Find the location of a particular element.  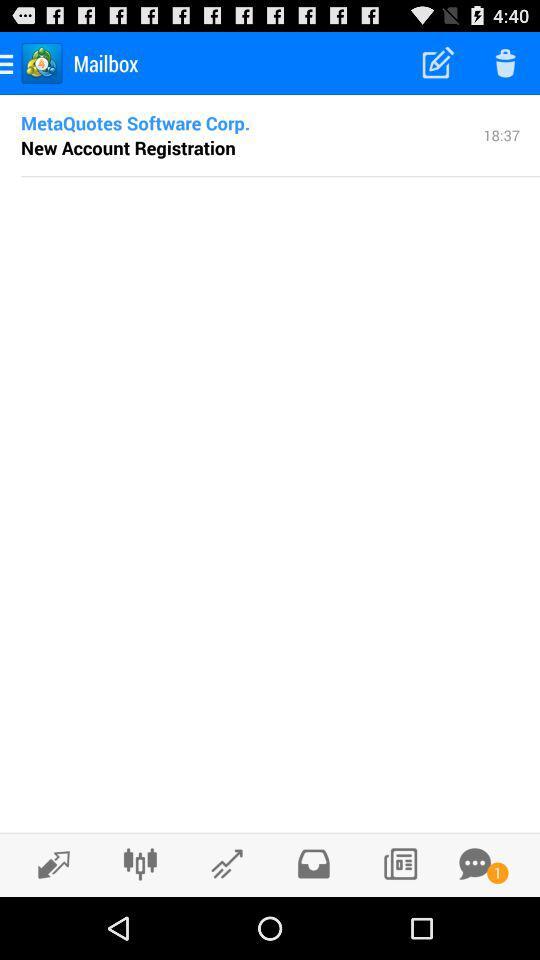

metaquotes software corp. icon is located at coordinates (135, 121).